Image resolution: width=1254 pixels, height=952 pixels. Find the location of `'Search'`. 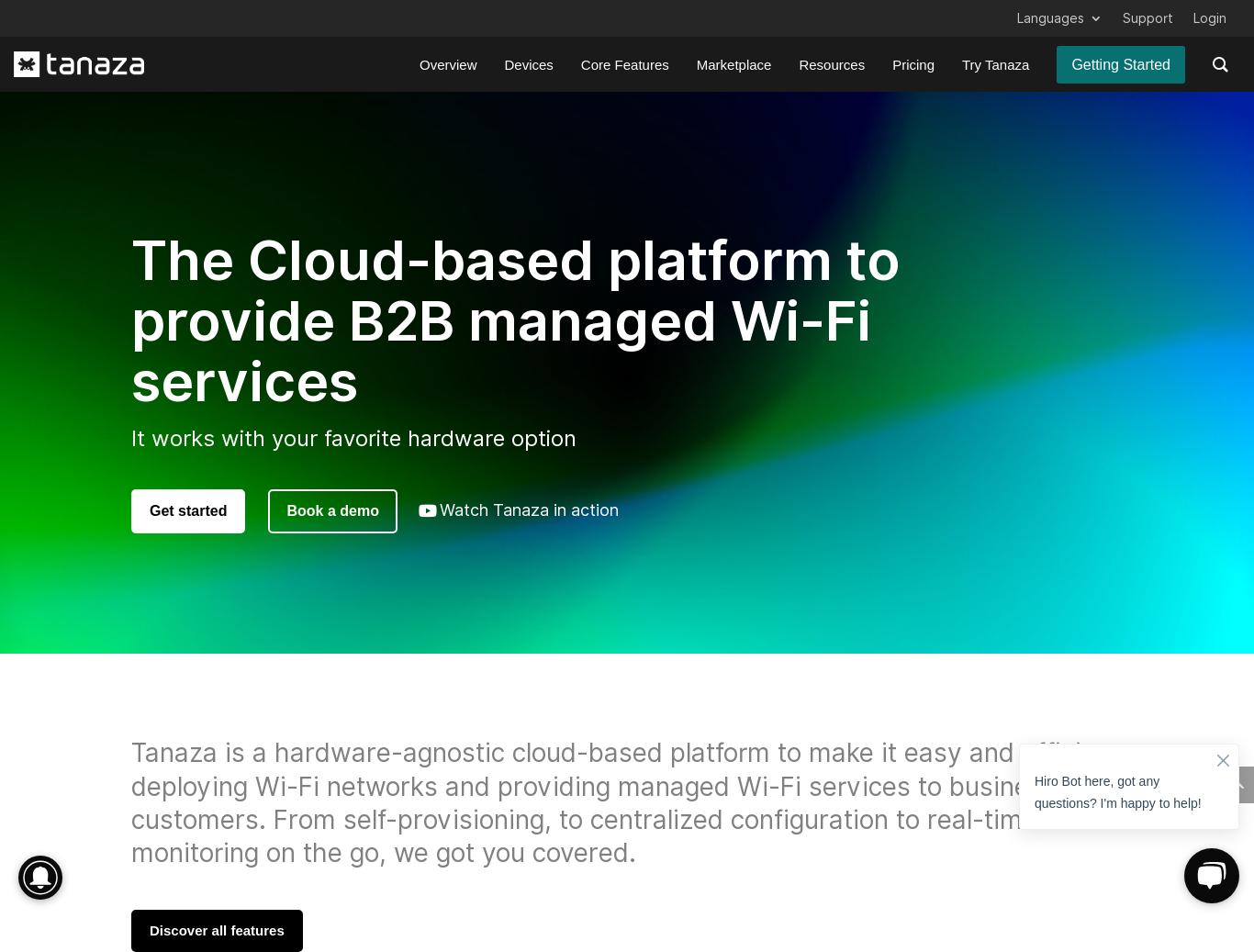

'Search' is located at coordinates (136, 858).